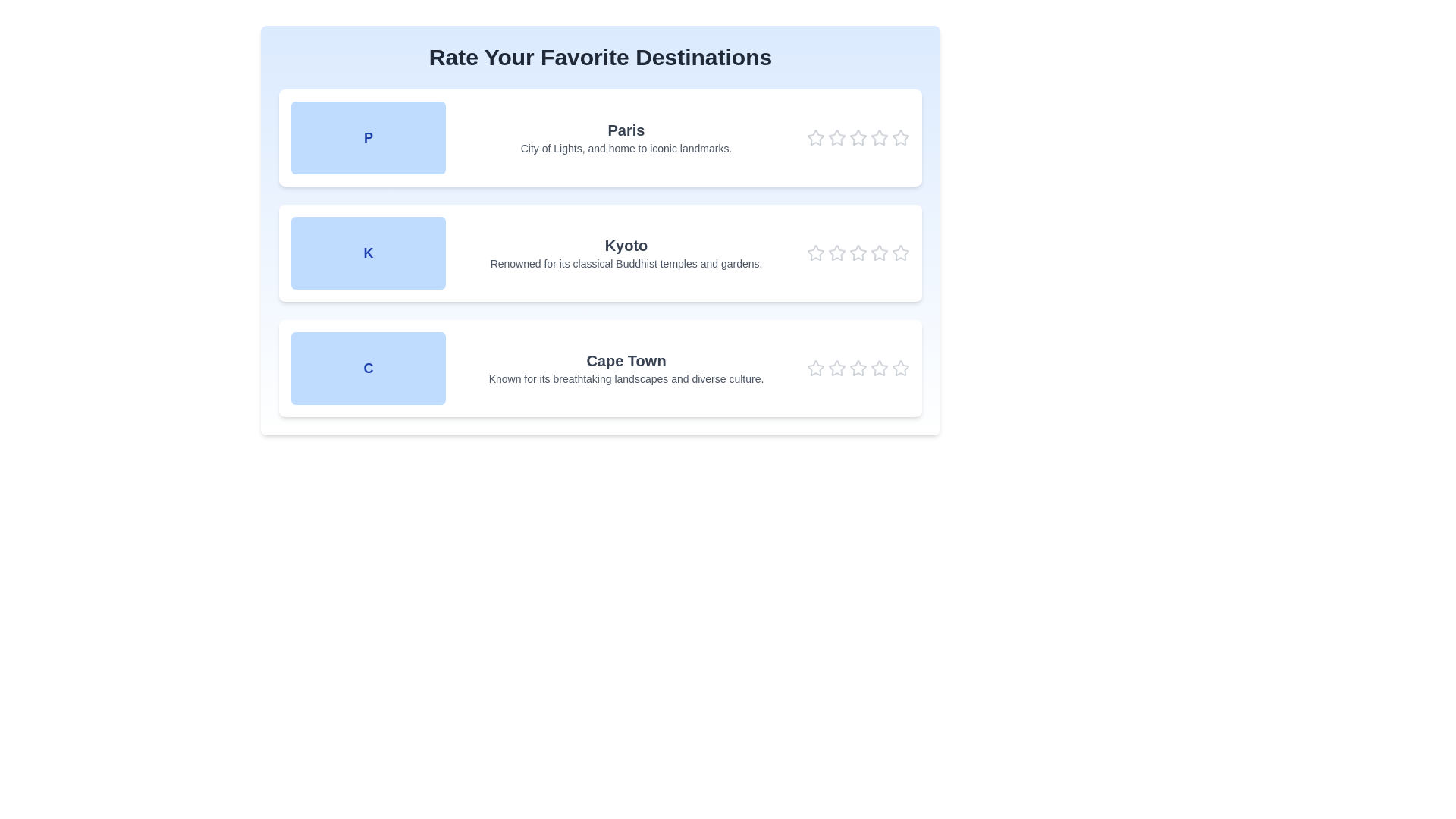 The height and width of the screenshot is (819, 1456). What do you see at coordinates (368, 137) in the screenshot?
I see `the rectangular block with a pale blue background and rounded corners that contains the letter 'P' in bold dark blue, located in the left section of the first row within a card layout related to 'Paris'` at bounding box center [368, 137].